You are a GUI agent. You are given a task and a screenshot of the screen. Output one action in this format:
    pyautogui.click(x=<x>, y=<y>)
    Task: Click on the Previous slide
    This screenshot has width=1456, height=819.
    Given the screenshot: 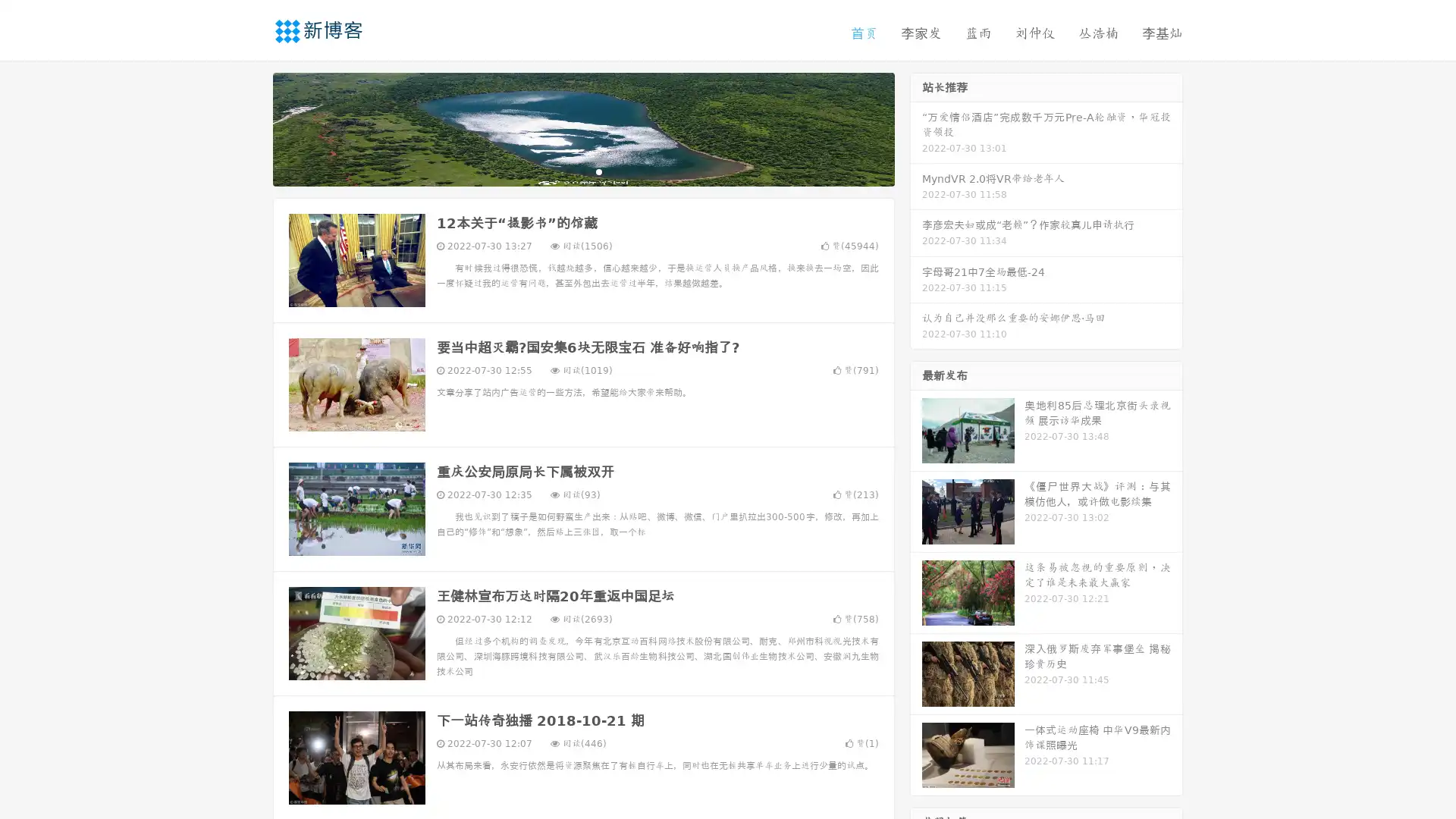 What is the action you would take?
    pyautogui.click(x=250, y=127)
    